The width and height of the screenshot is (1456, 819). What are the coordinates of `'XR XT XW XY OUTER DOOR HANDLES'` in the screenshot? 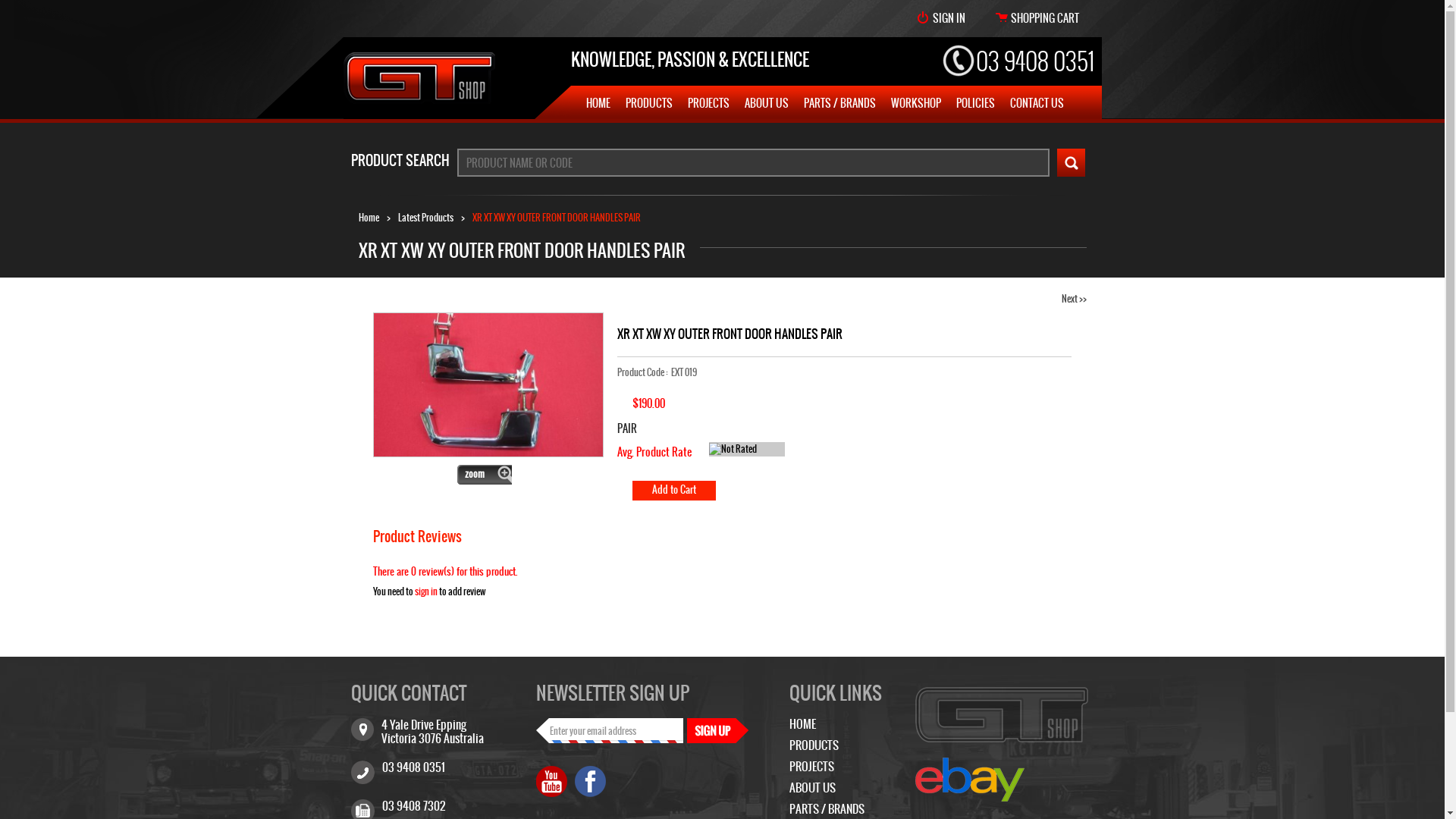 It's located at (488, 384).